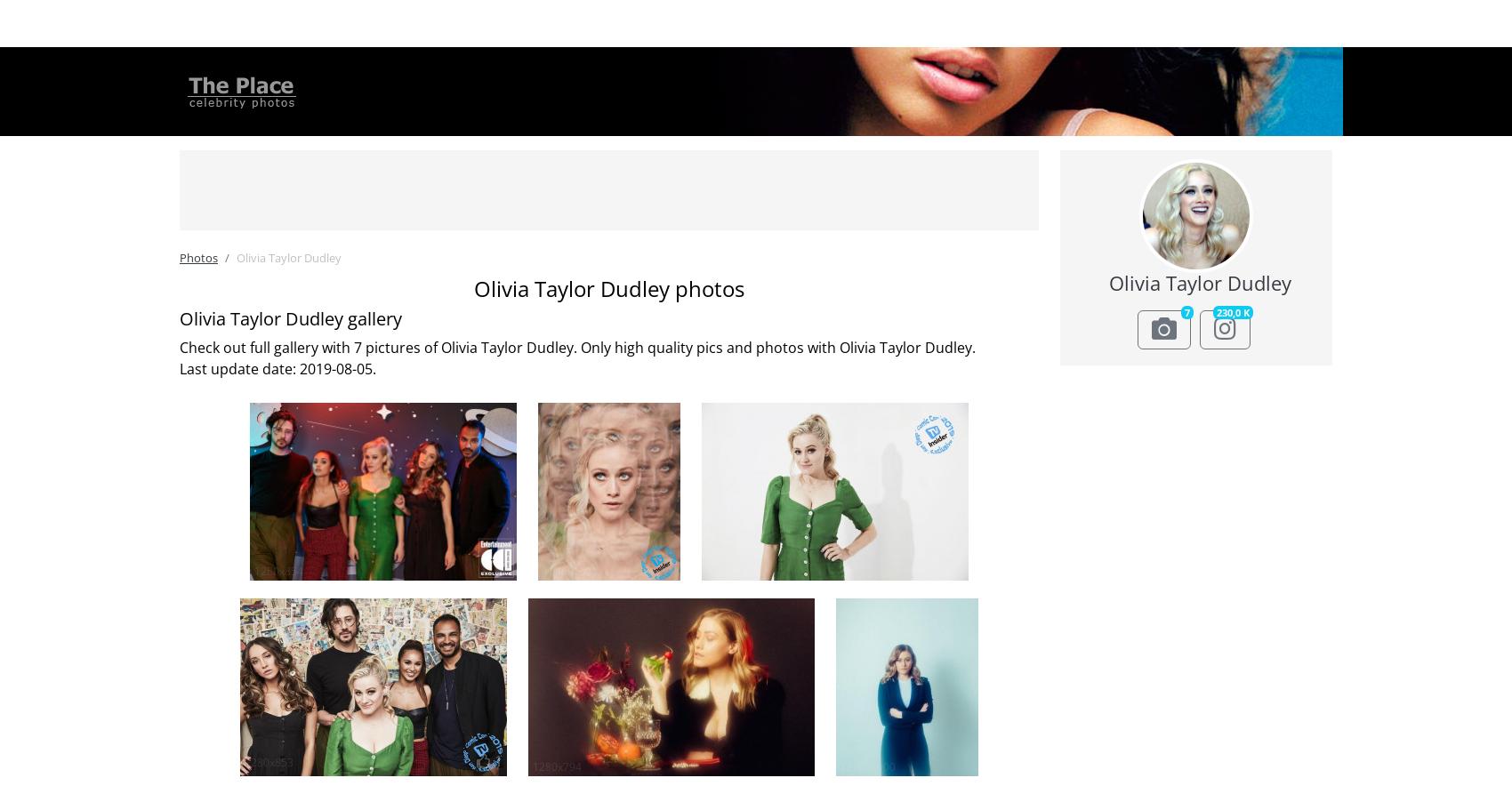 The image size is (1512, 786). Describe the element at coordinates (296, 213) in the screenshot. I see `'Gigi Hadid'` at that location.